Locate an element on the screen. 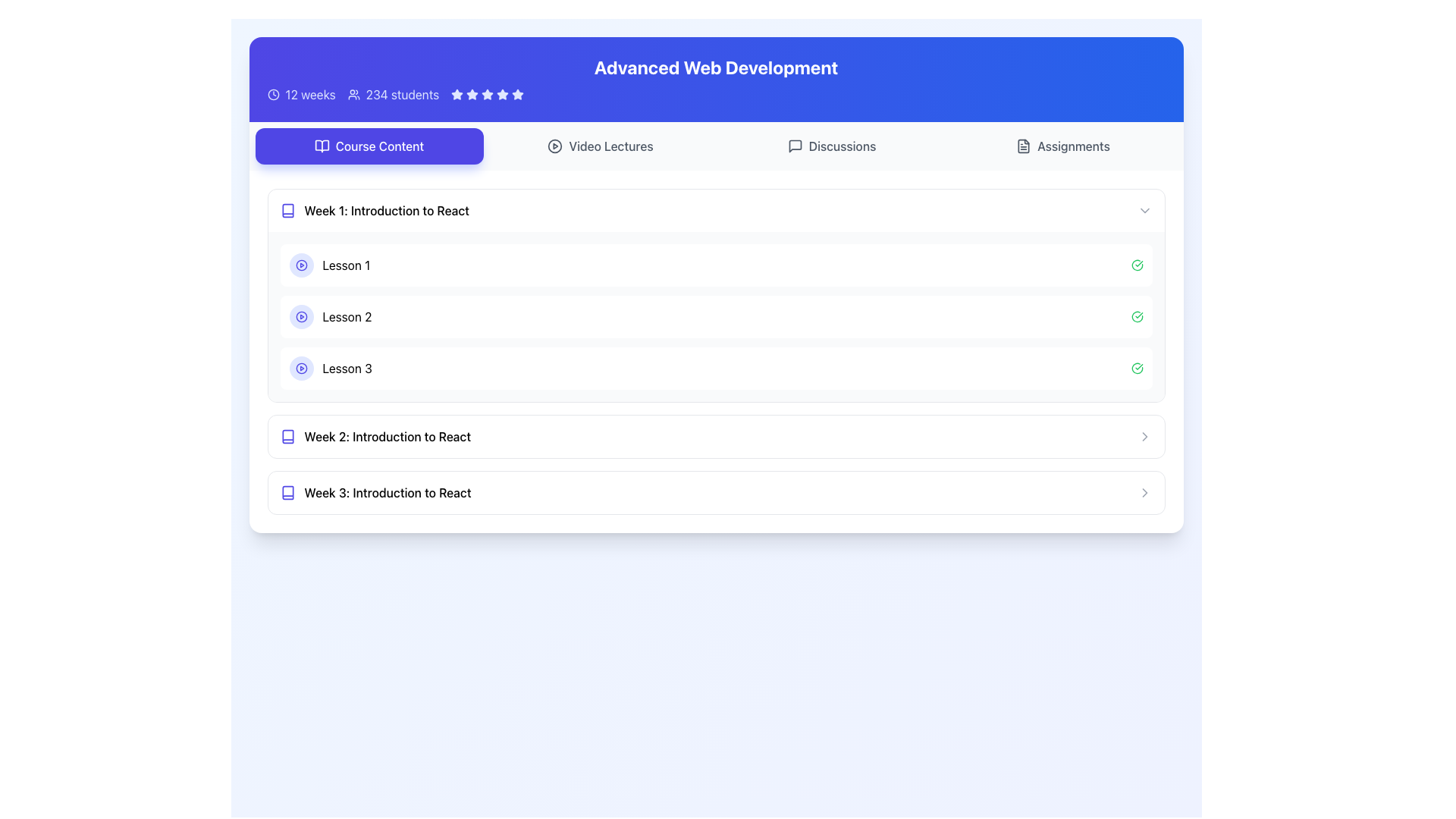 Image resolution: width=1456 pixels, height=819 pixels. the right-pointing chevron icon for expansion located at the far-right side of the row labeled 'Week 1: Introduction to React' is located at coordinates (1144, 210).